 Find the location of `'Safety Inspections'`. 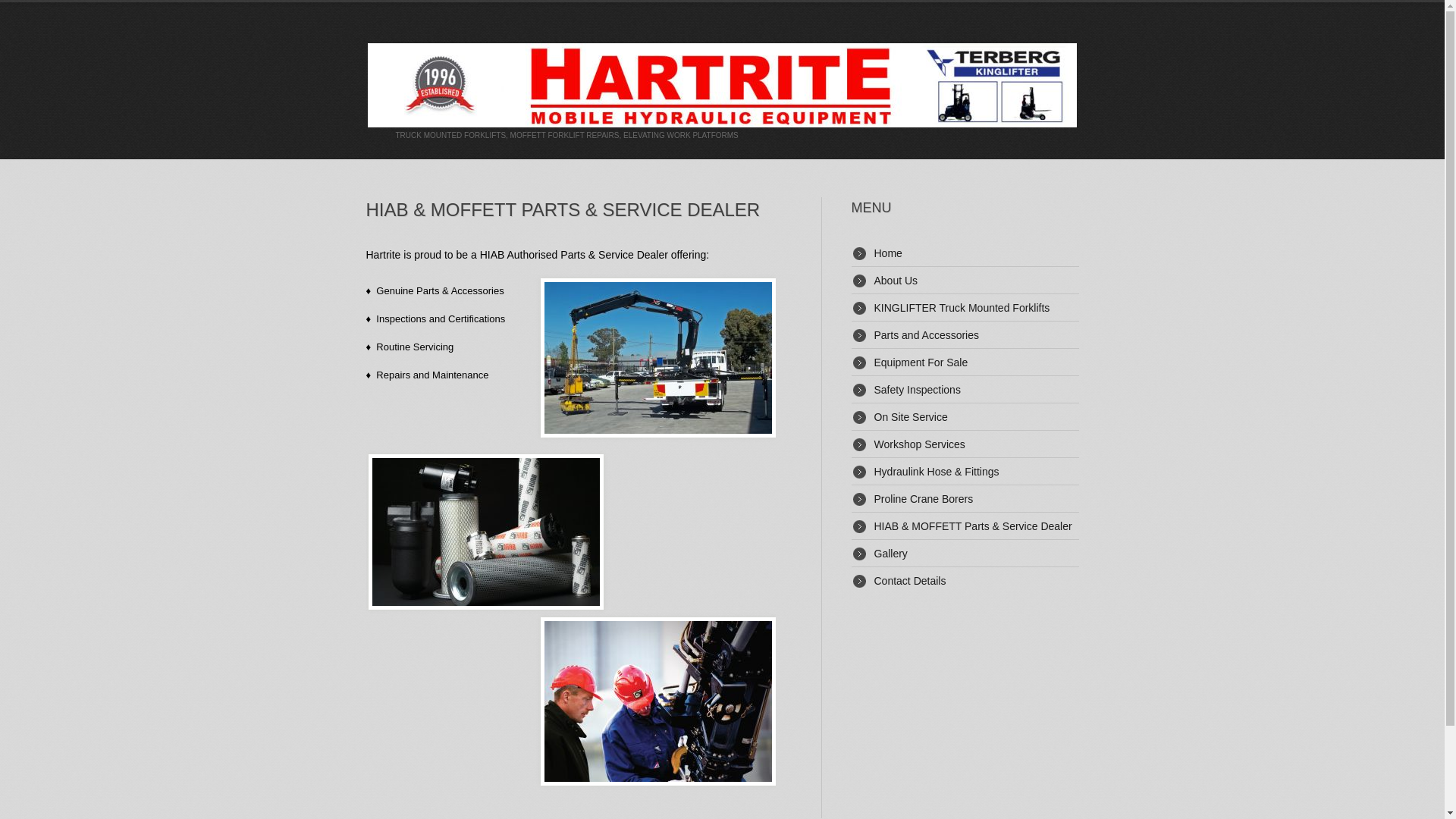

'Safety Inspections' is located at coordinates (874, 388).